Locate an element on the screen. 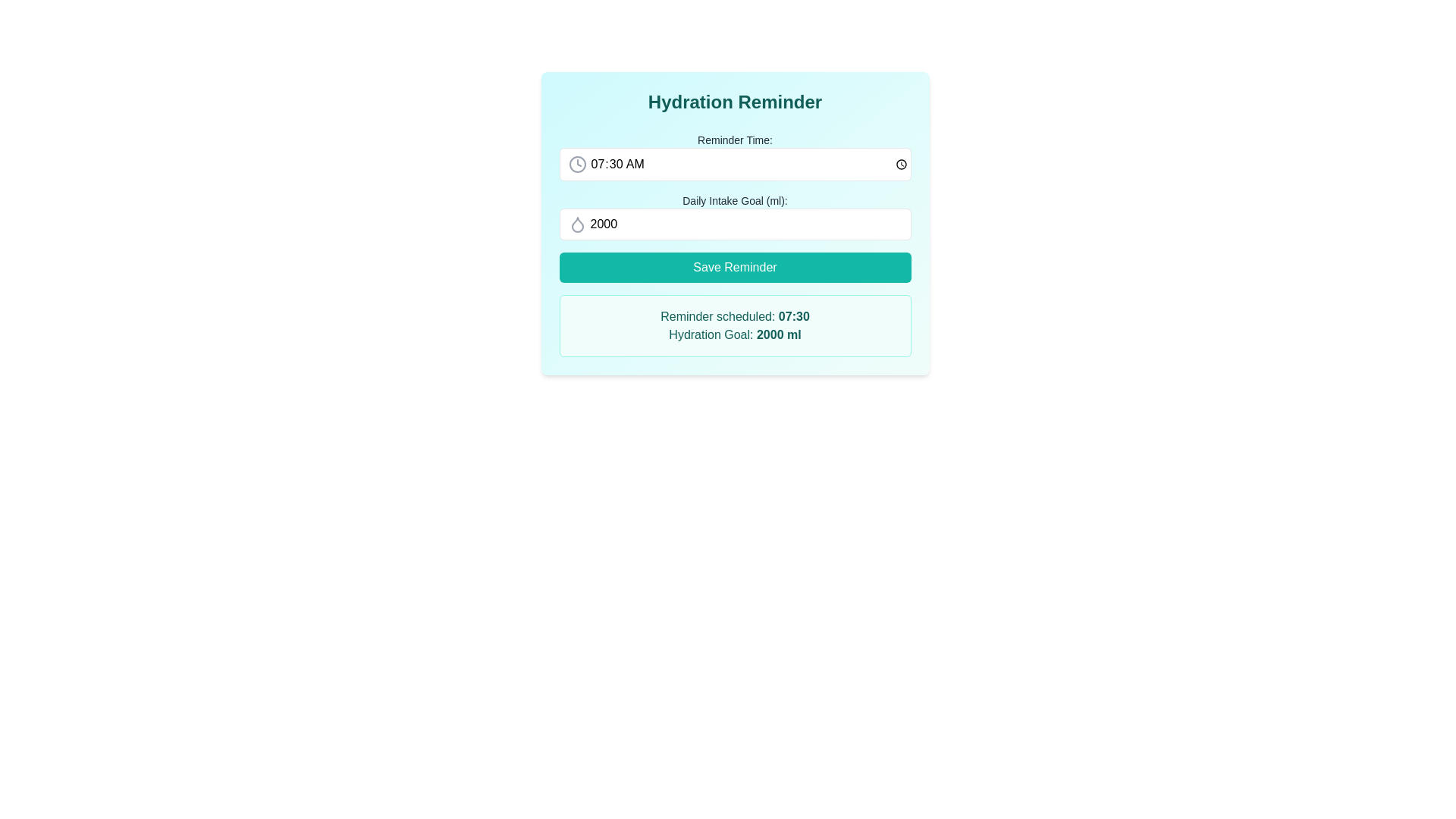 This screenshot has width=1456, height=819. the circular outline of the clock icon located at the leftmost side of the Reminder Time input field is located at coordinates (576, 164).